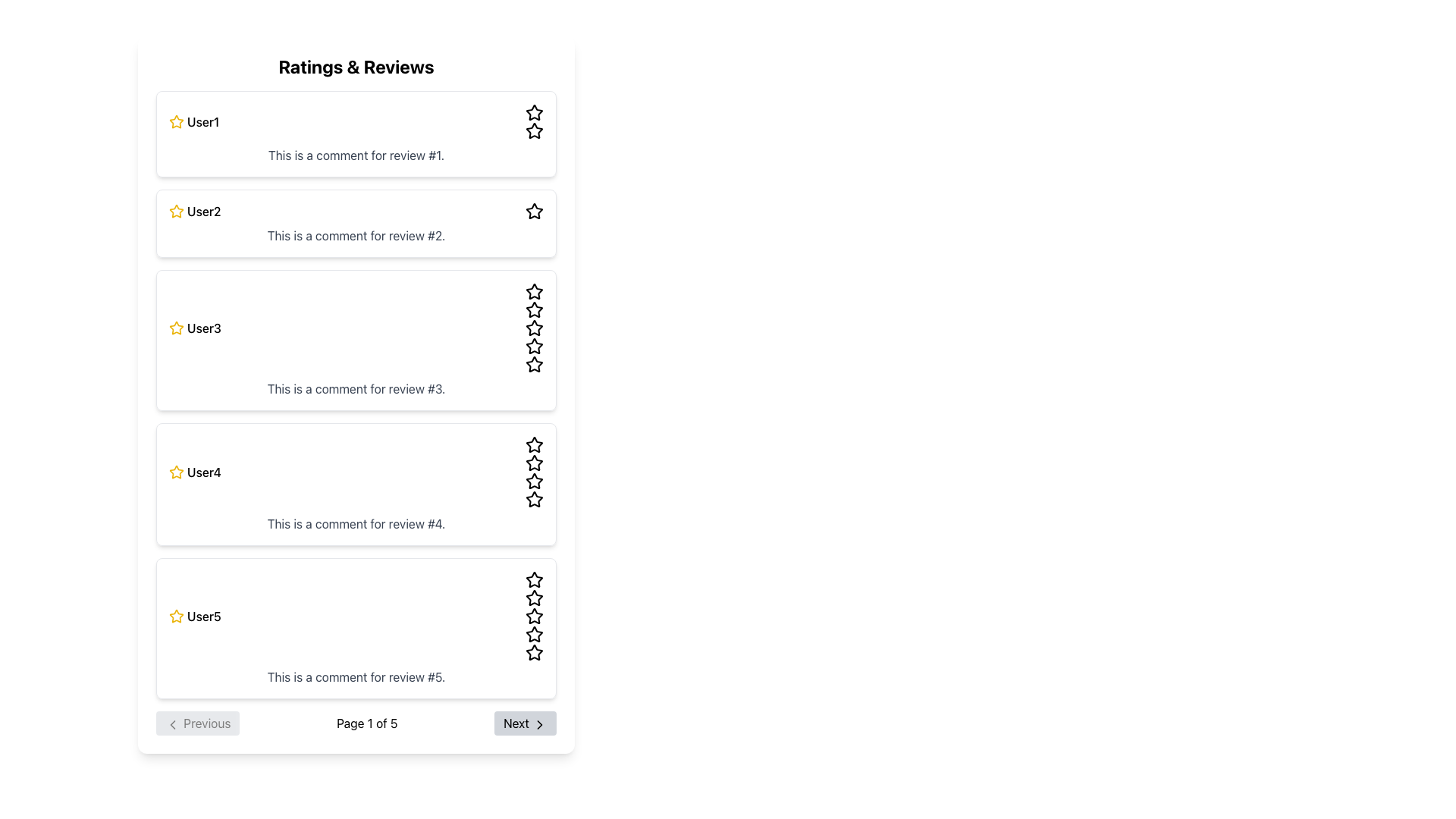  Describe the element at coordinates (177, 327) in the screenshot. I see `the yellow star icon located in the third review card adjacent to 'User3' to interact with the rating feature` at that location.